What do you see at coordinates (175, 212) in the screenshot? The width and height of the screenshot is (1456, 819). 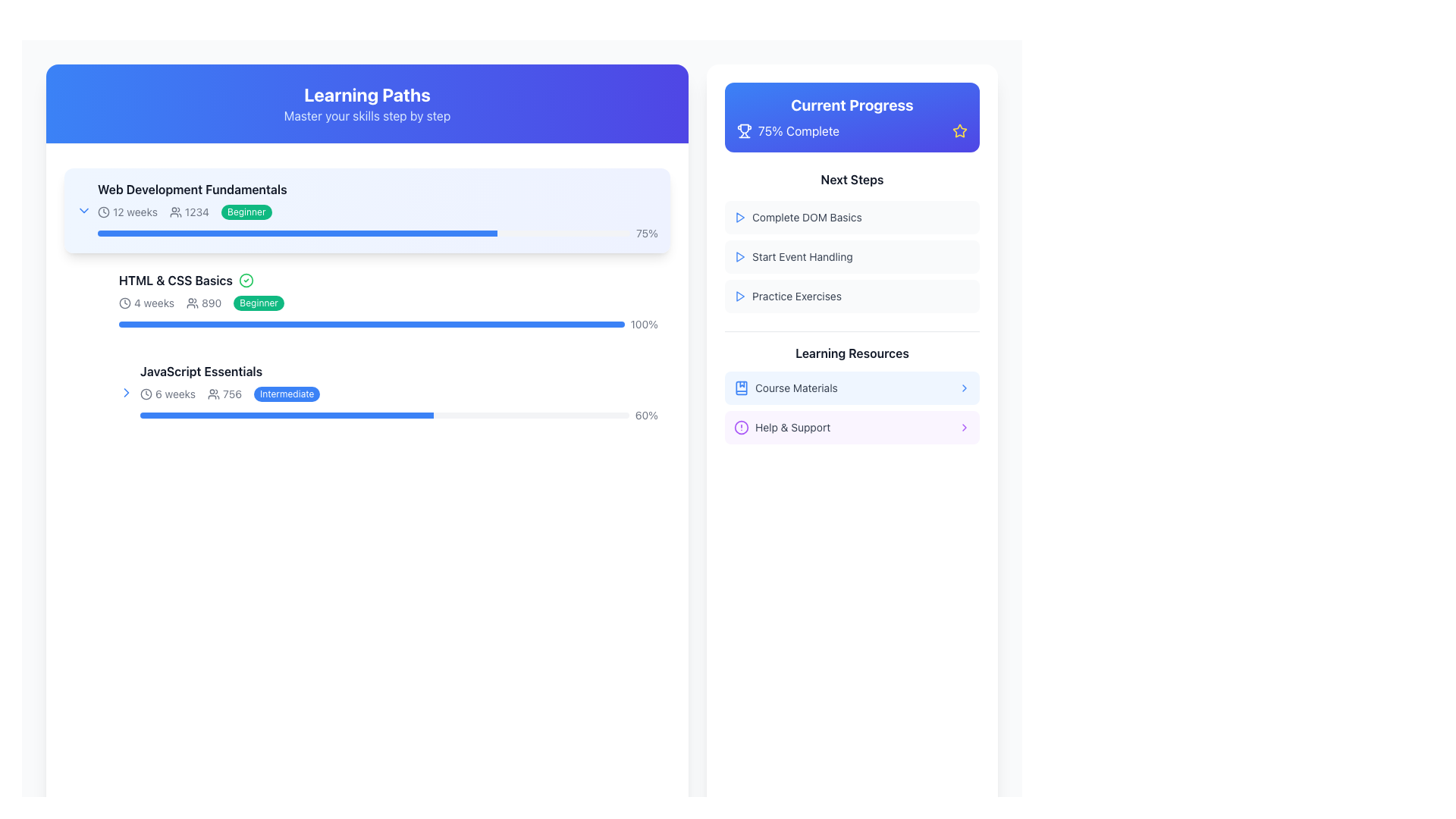 I see `the SVG-based icon component representing people or a group, located immediately to the left of the number '1234' in the 'Web Development Fundamentals' section` at bounding box center [175, 212].